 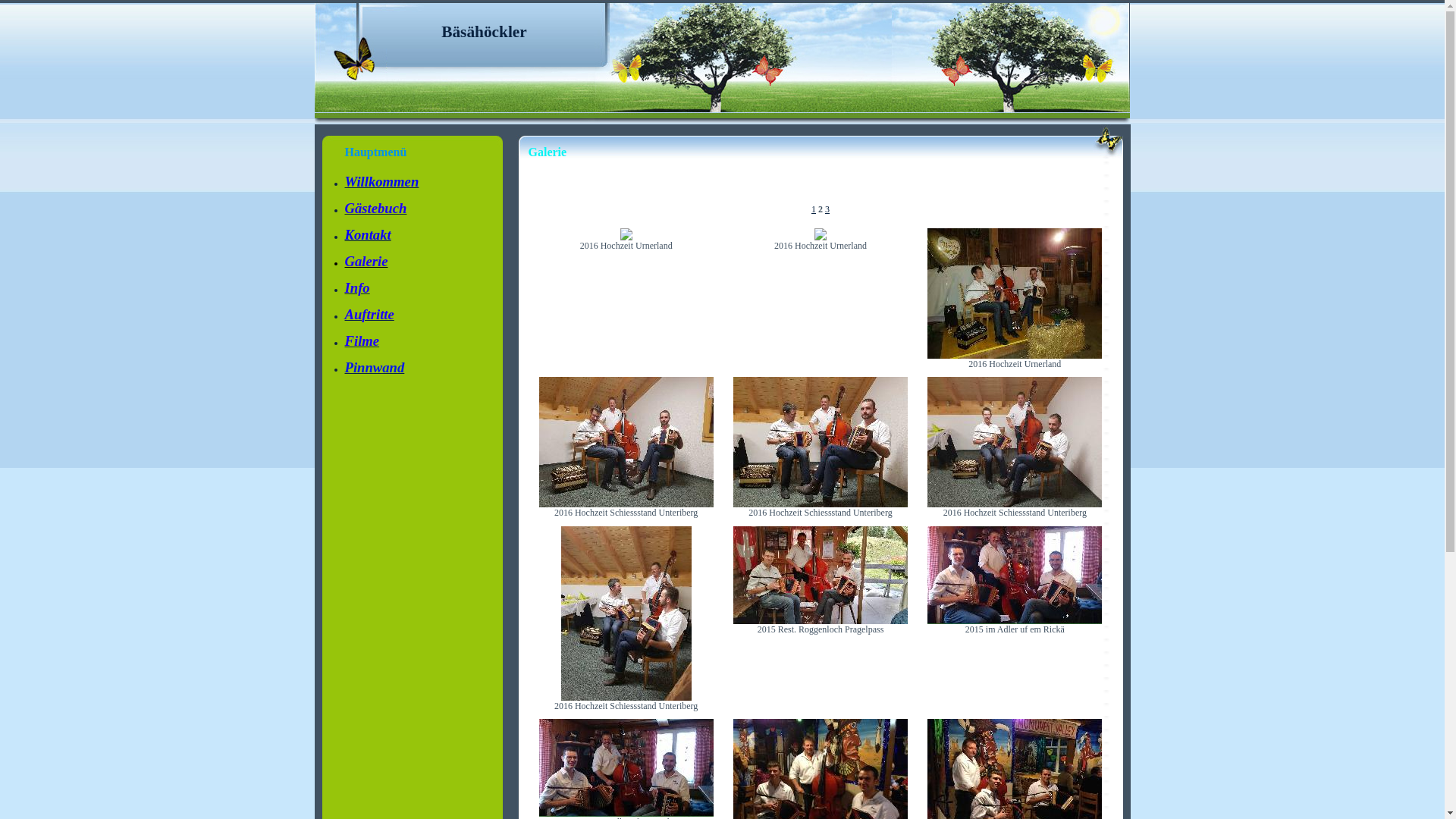 I want to click on 'Filme', so click(x=360, y=342).